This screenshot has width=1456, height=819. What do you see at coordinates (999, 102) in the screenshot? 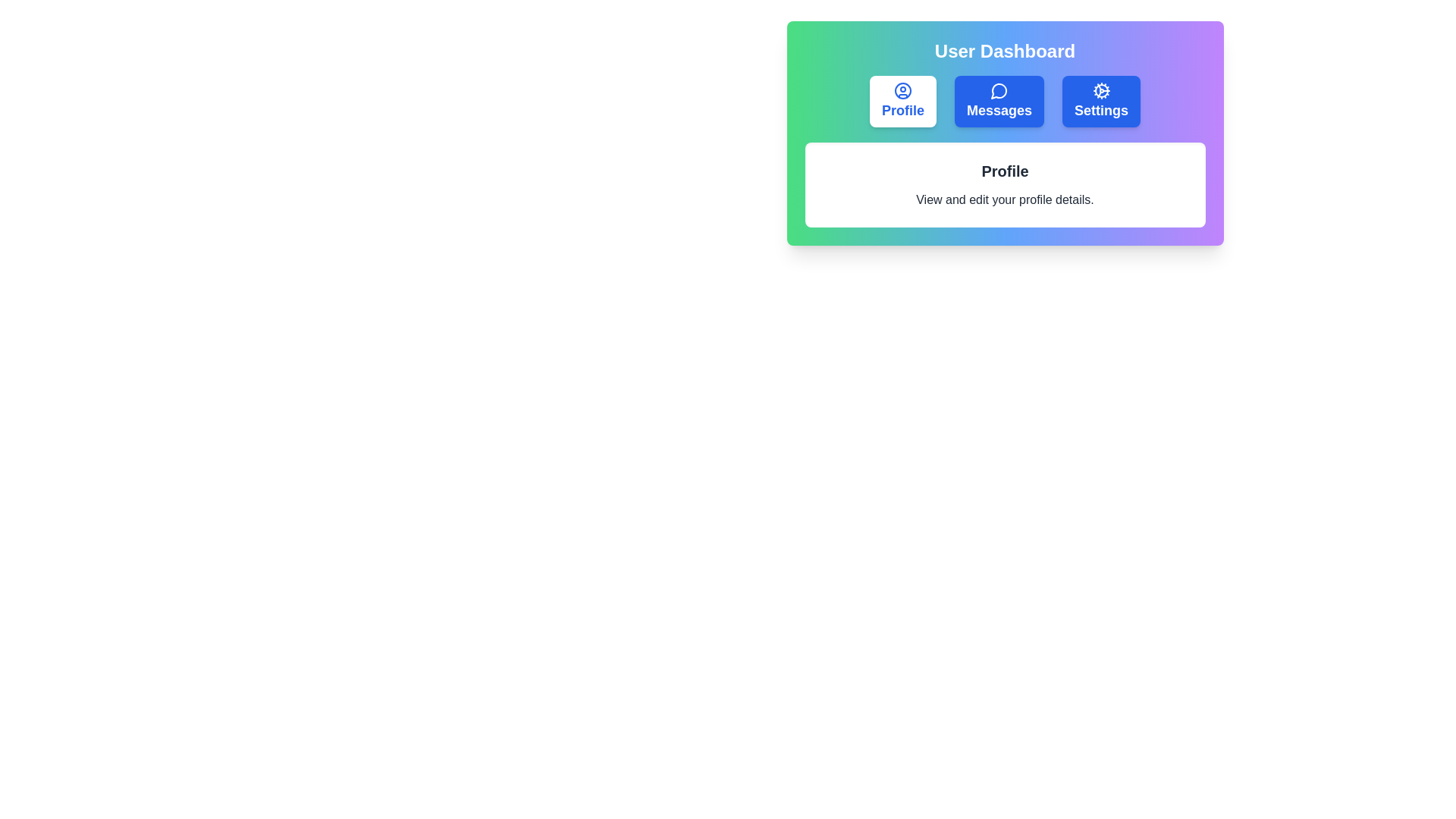
I see `the 'Messages' button, which is a rectangular button with a blue background and white text, located in the User Dashboard section` at bounding box center [999, 102].